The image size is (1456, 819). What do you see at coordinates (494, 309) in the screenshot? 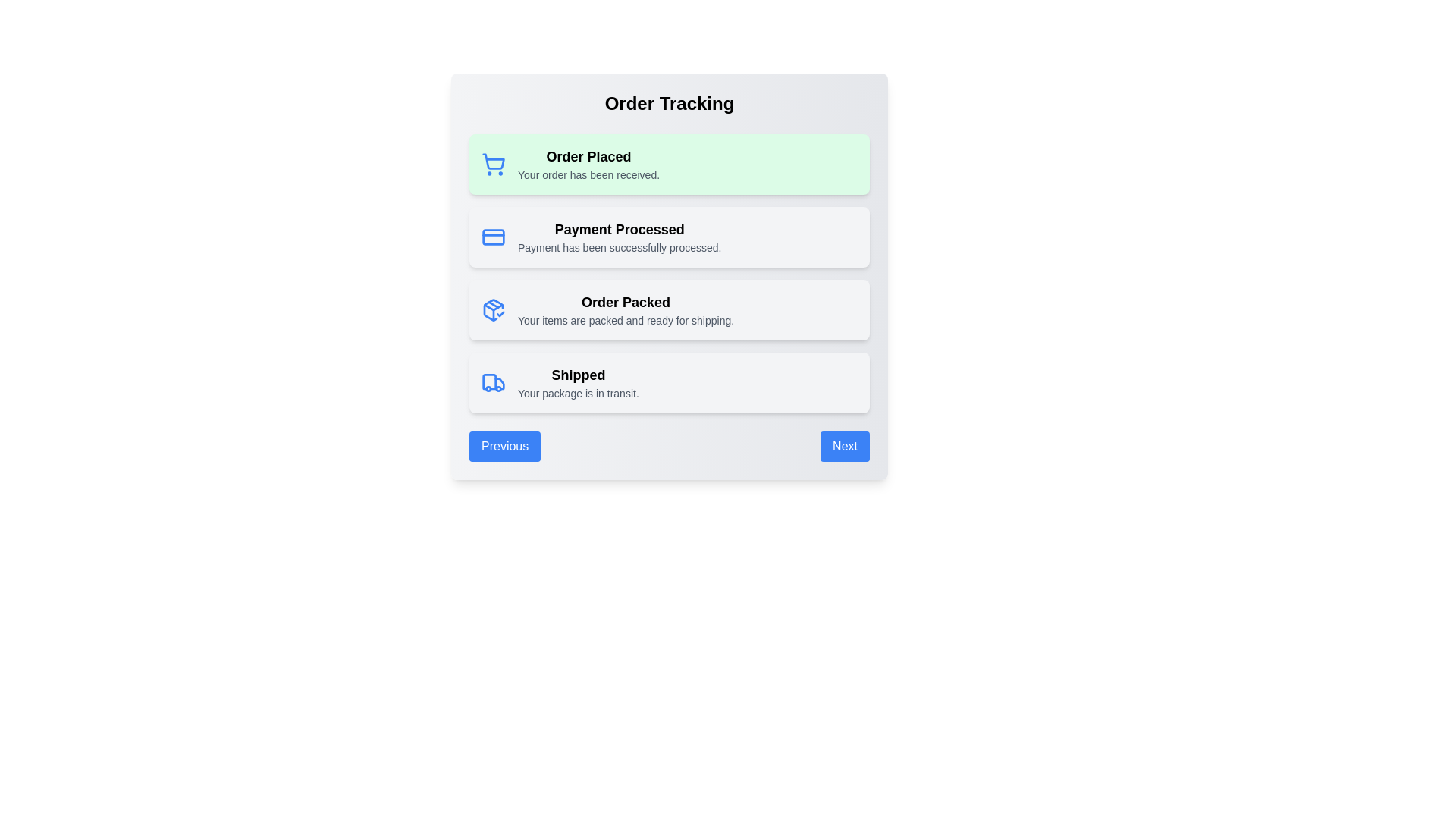
I see `the decorative icon that represents the status 'Order Packed', located near the left edge of the third row in the order tracking list` at bounding box center [494, 309].